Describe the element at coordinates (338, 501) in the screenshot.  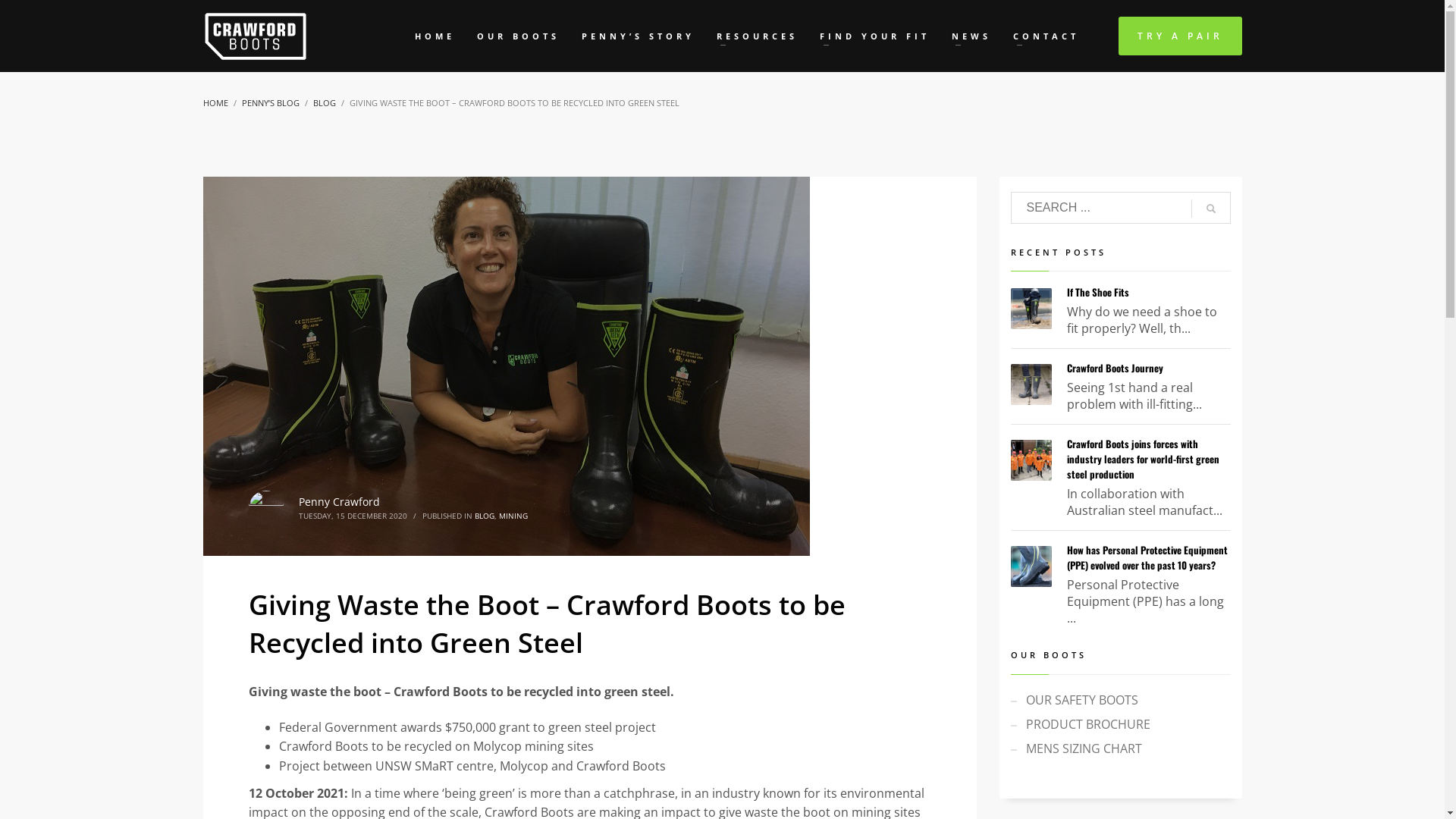
I see `'Penny Crawford'` at that location.